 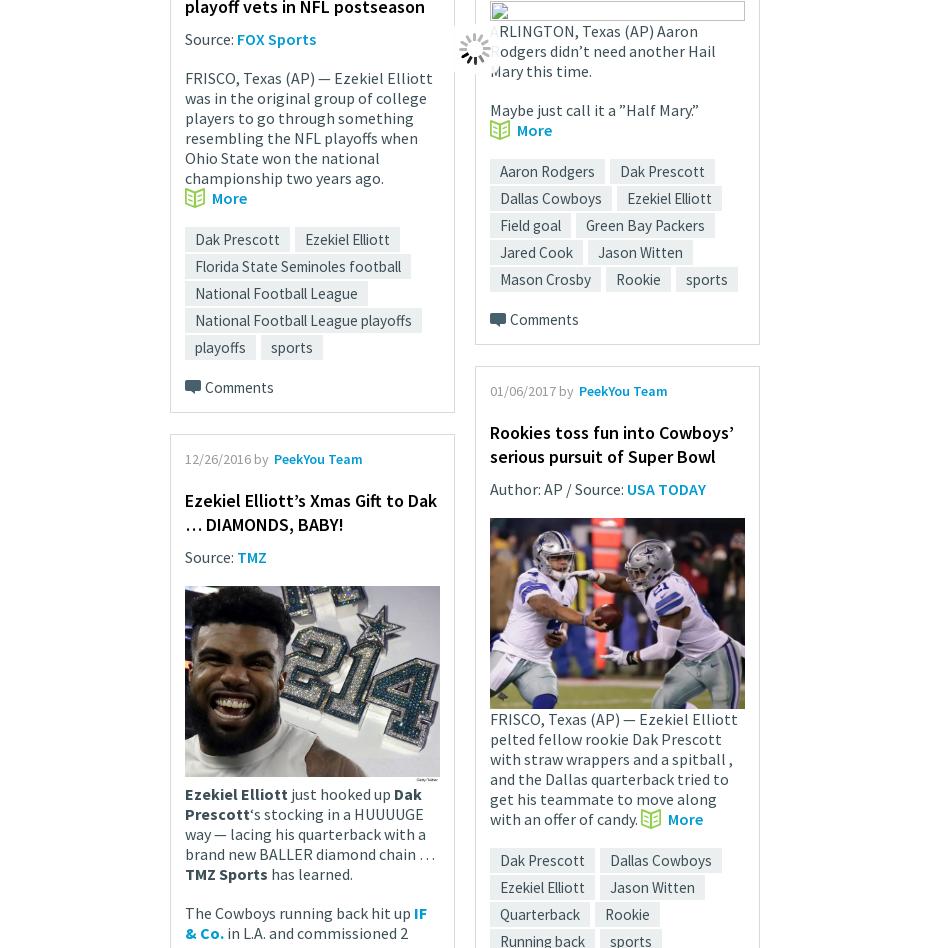 I want to click on '12/26/2016 by', so click(x=226, y=456).